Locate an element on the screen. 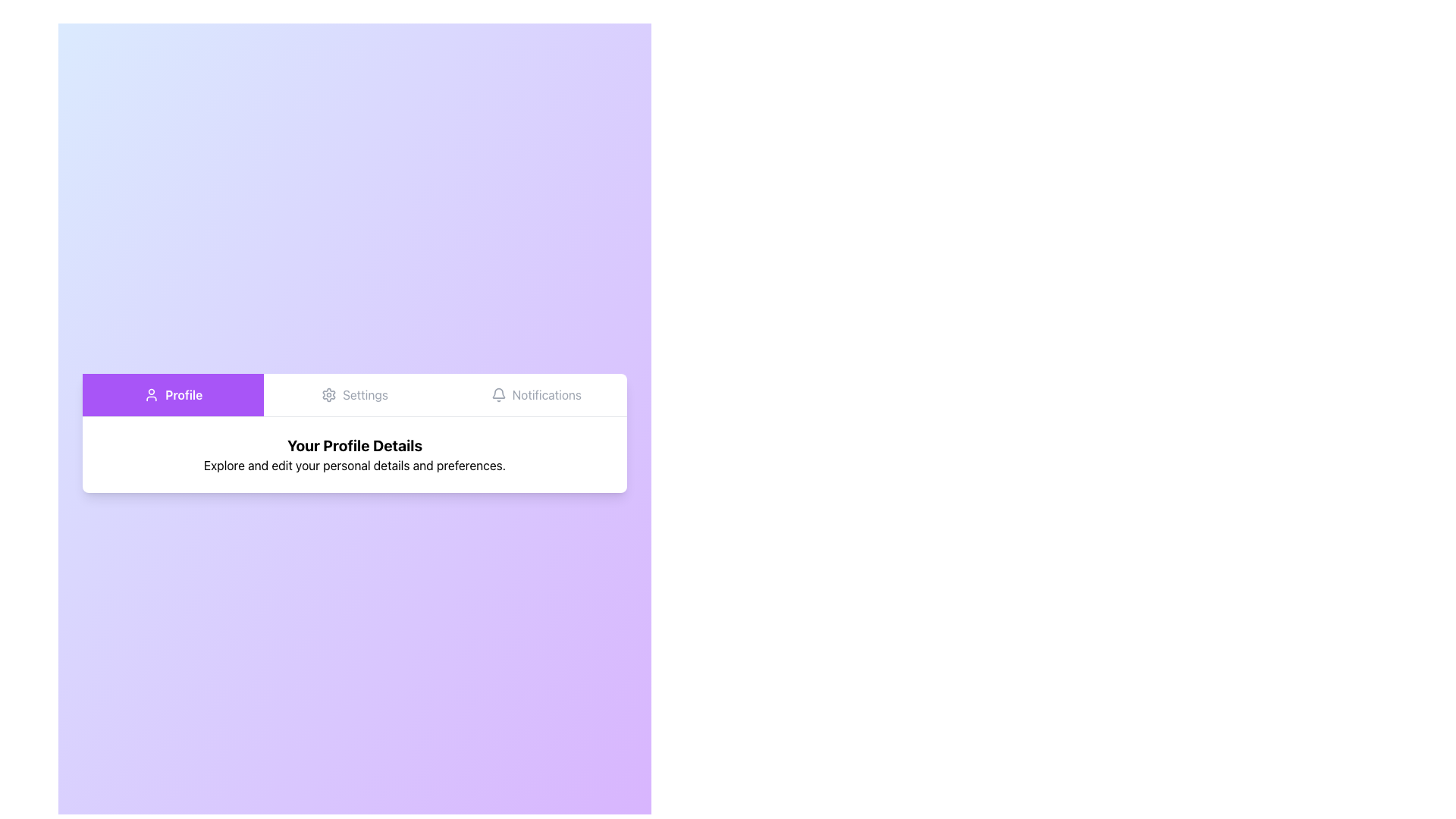  the 'Settings' button in the navigation bar is located at coordinates (353, 394).